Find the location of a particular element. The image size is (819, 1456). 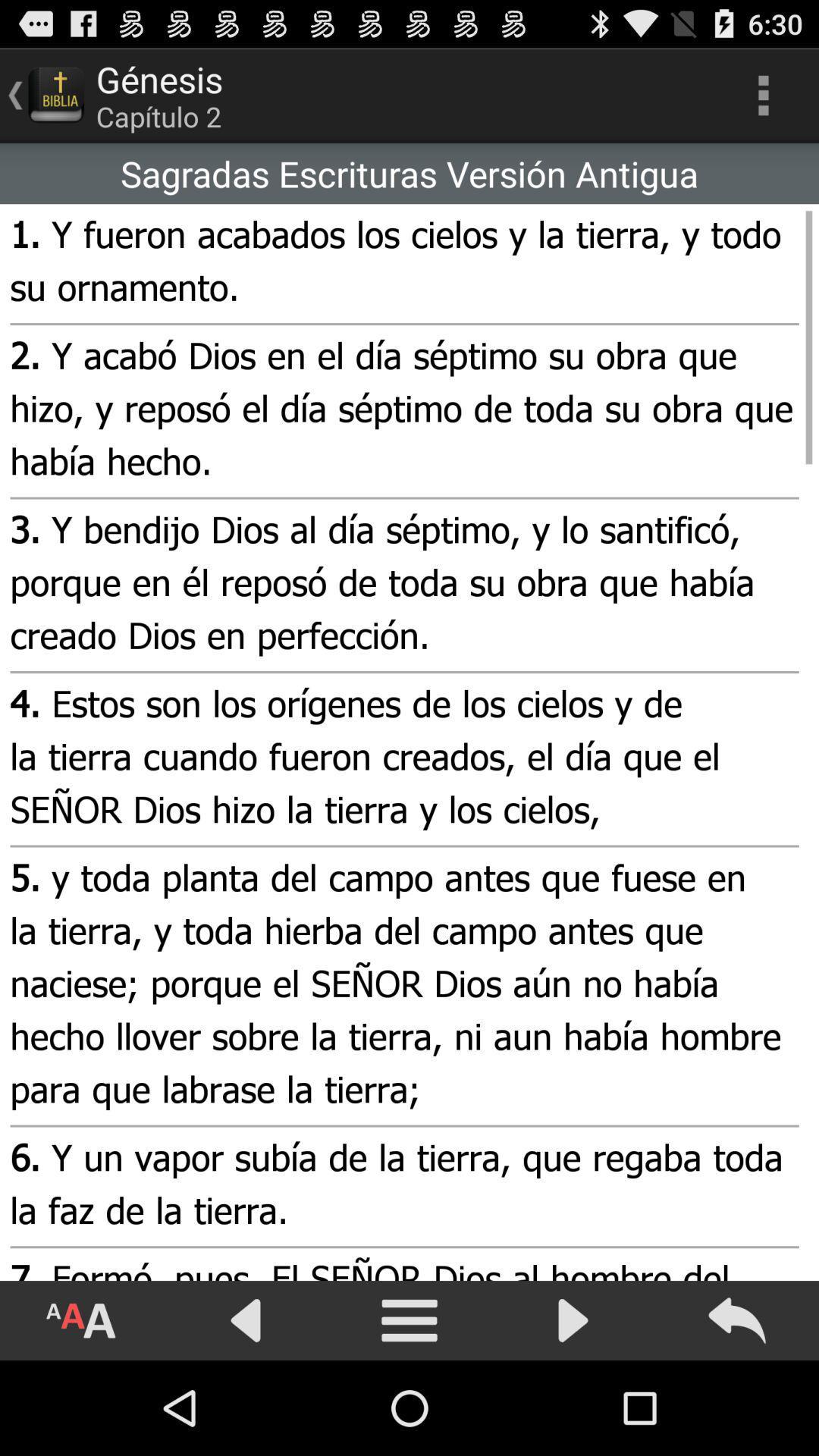

the play icon is located at coordinates (573, 1412).